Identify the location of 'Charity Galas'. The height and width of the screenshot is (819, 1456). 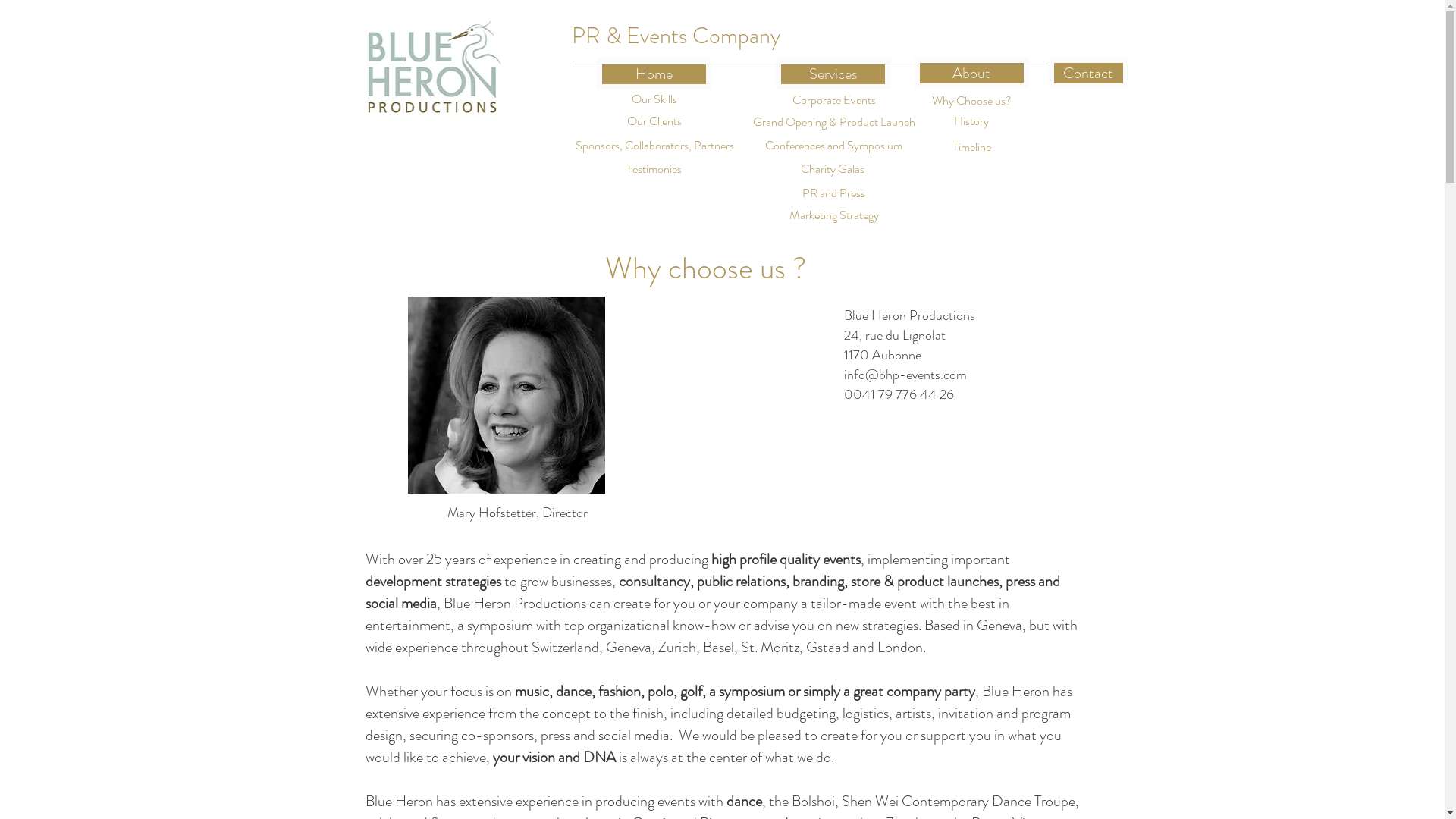
(767, 169).